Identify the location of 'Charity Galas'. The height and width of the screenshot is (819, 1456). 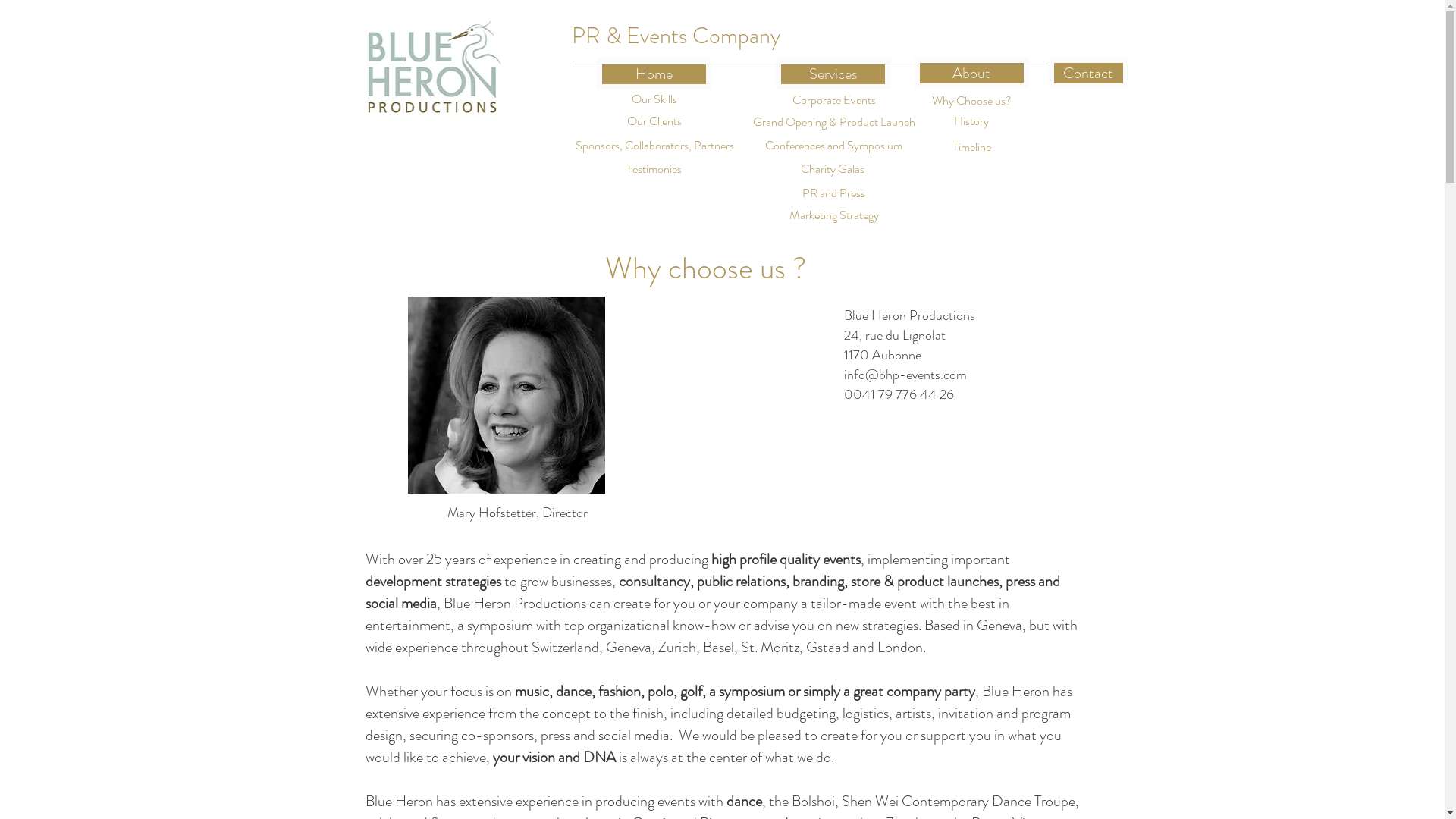
(767, 169).